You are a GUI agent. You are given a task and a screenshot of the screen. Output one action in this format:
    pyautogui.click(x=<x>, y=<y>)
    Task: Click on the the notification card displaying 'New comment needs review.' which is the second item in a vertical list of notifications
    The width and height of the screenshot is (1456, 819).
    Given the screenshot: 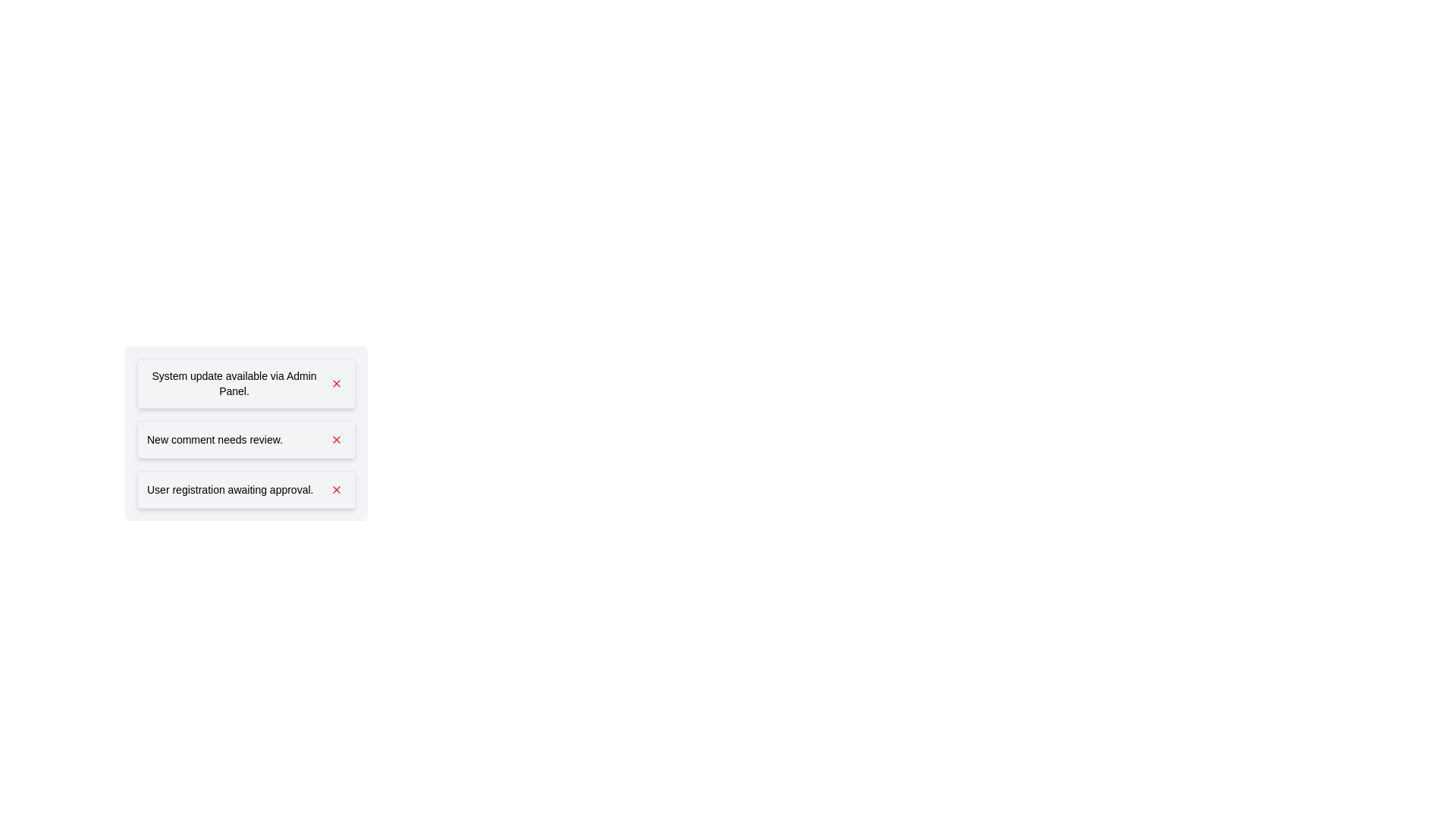 What is the action you would take?
    pyautogui.click(x=246, y=439)
    